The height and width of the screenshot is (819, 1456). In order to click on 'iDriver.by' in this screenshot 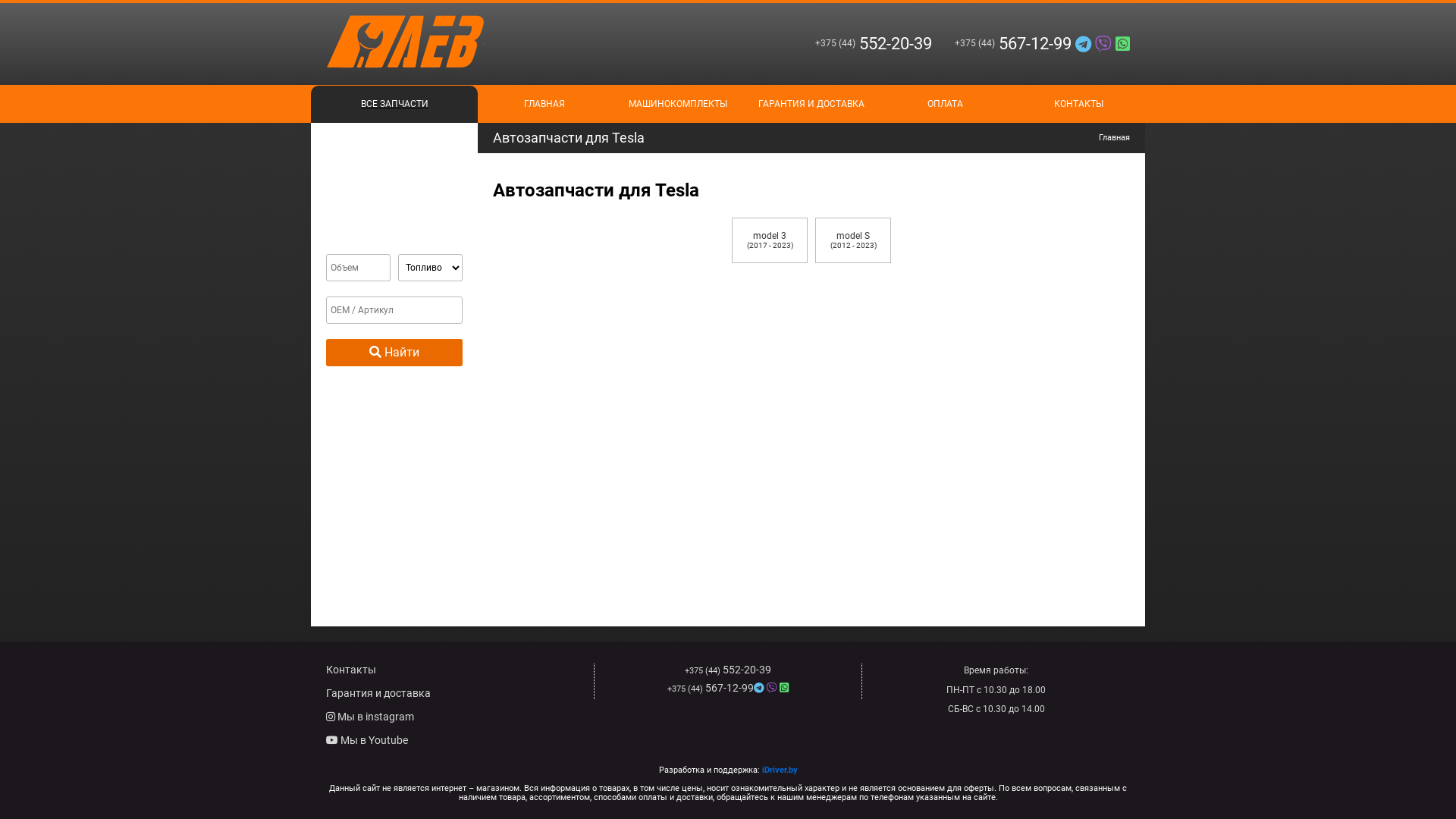, I will do `click(779, 770)`.